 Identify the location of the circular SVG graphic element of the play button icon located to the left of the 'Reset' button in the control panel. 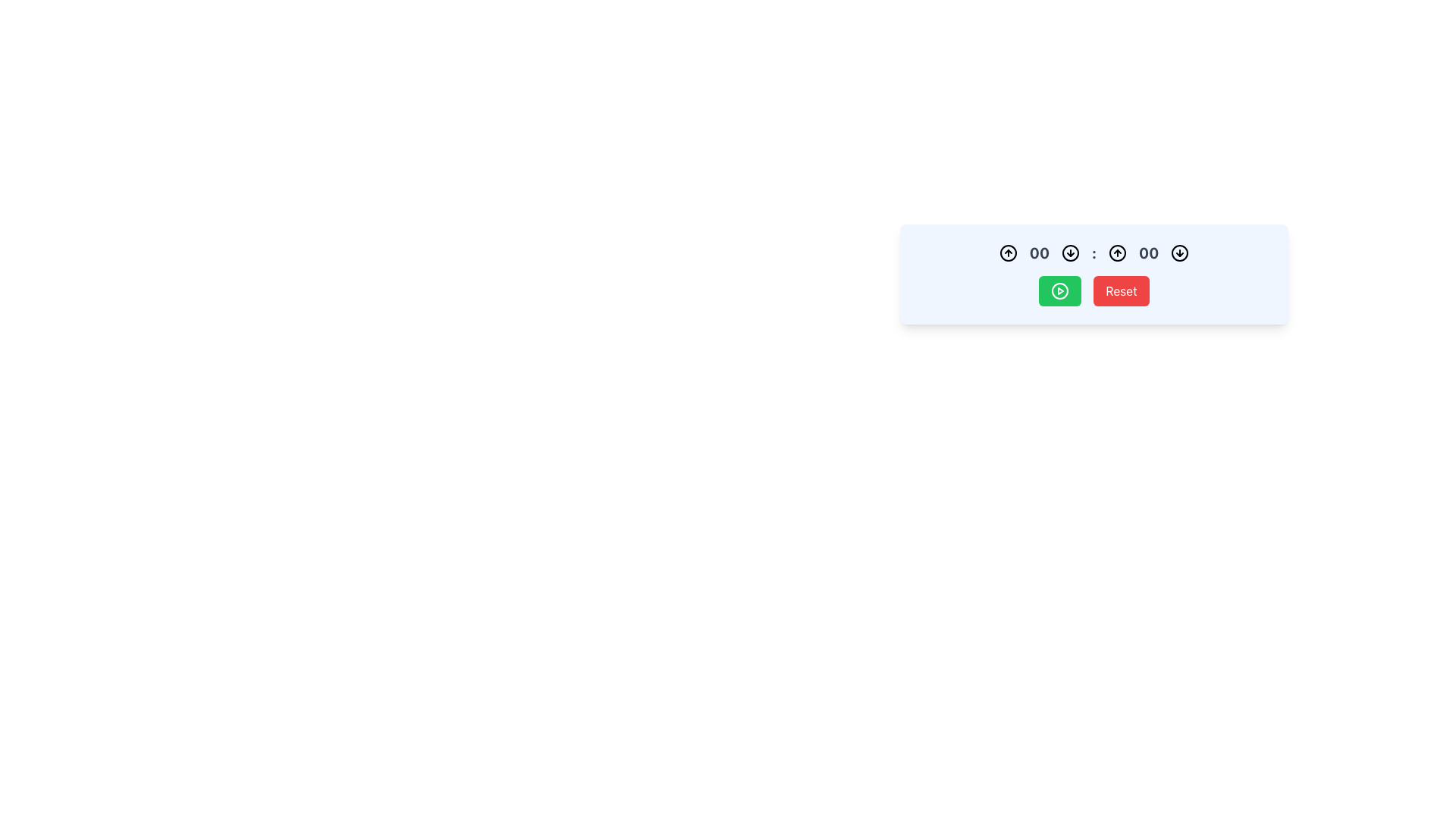
(1059, 291).